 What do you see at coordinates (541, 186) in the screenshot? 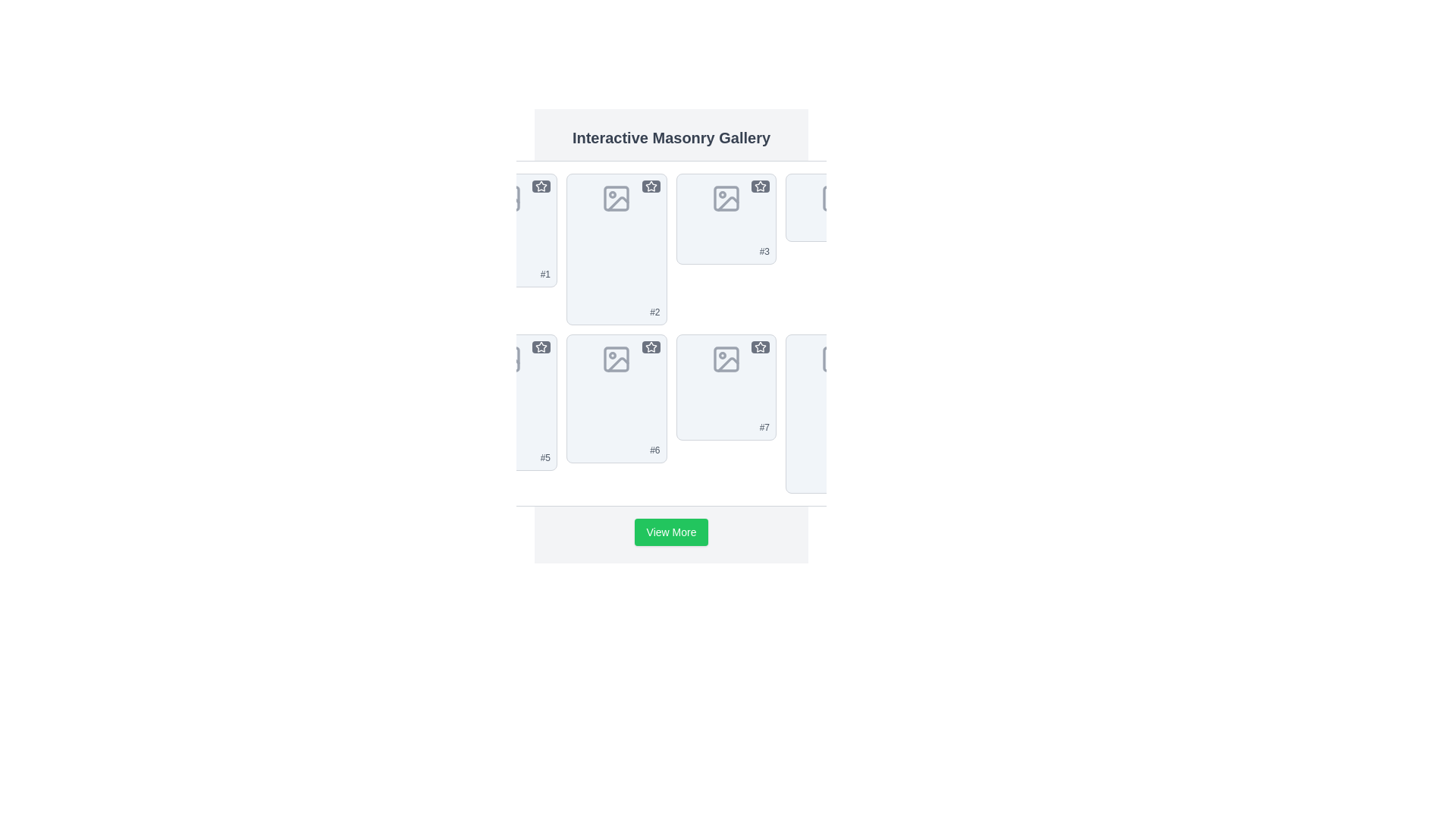
I see `the interactive button located in the top-right corner of the first card in the grid layout` at bounding box center [541, 186].